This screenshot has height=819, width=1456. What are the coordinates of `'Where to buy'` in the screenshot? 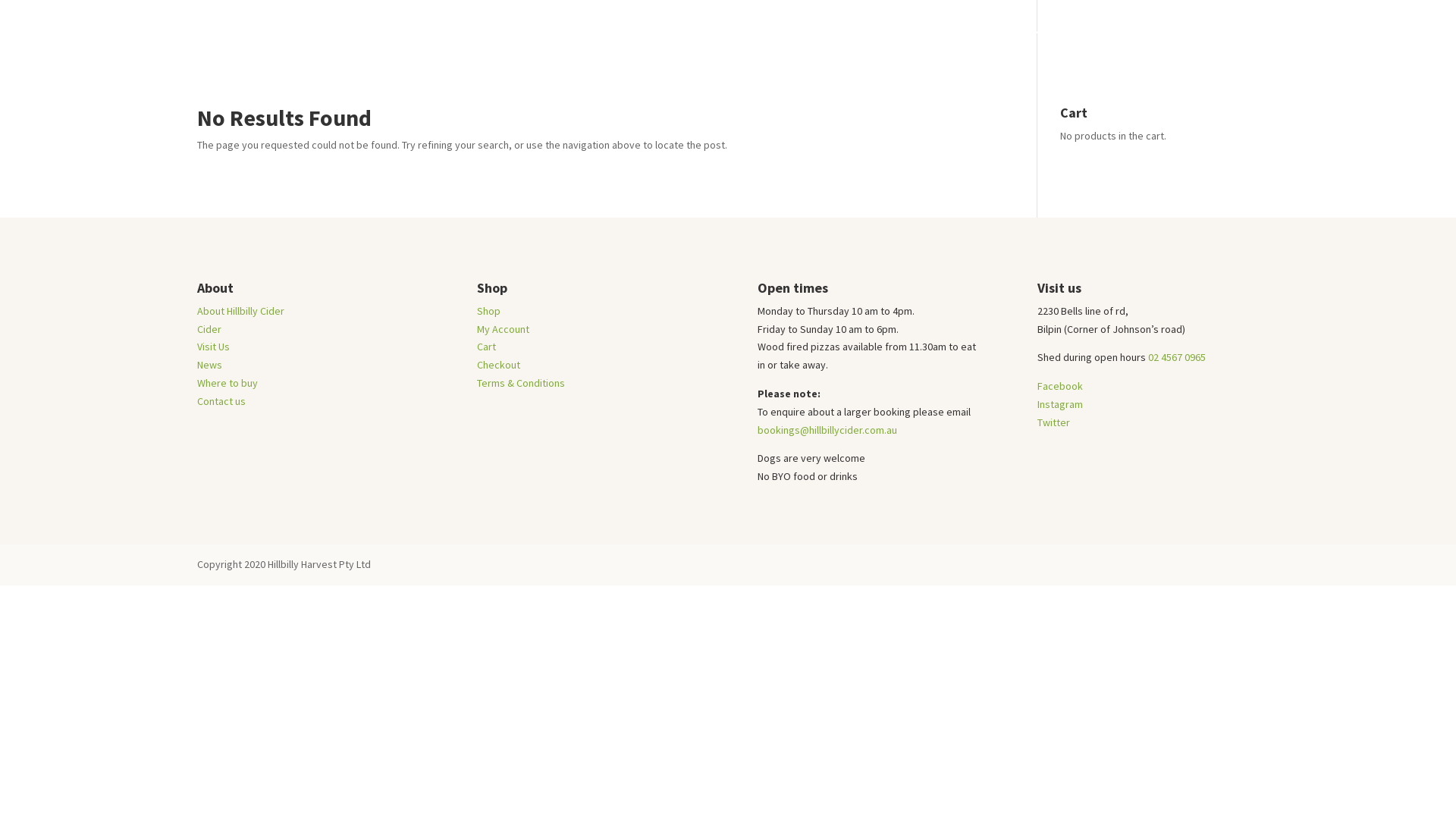 It's located at (226, 382).